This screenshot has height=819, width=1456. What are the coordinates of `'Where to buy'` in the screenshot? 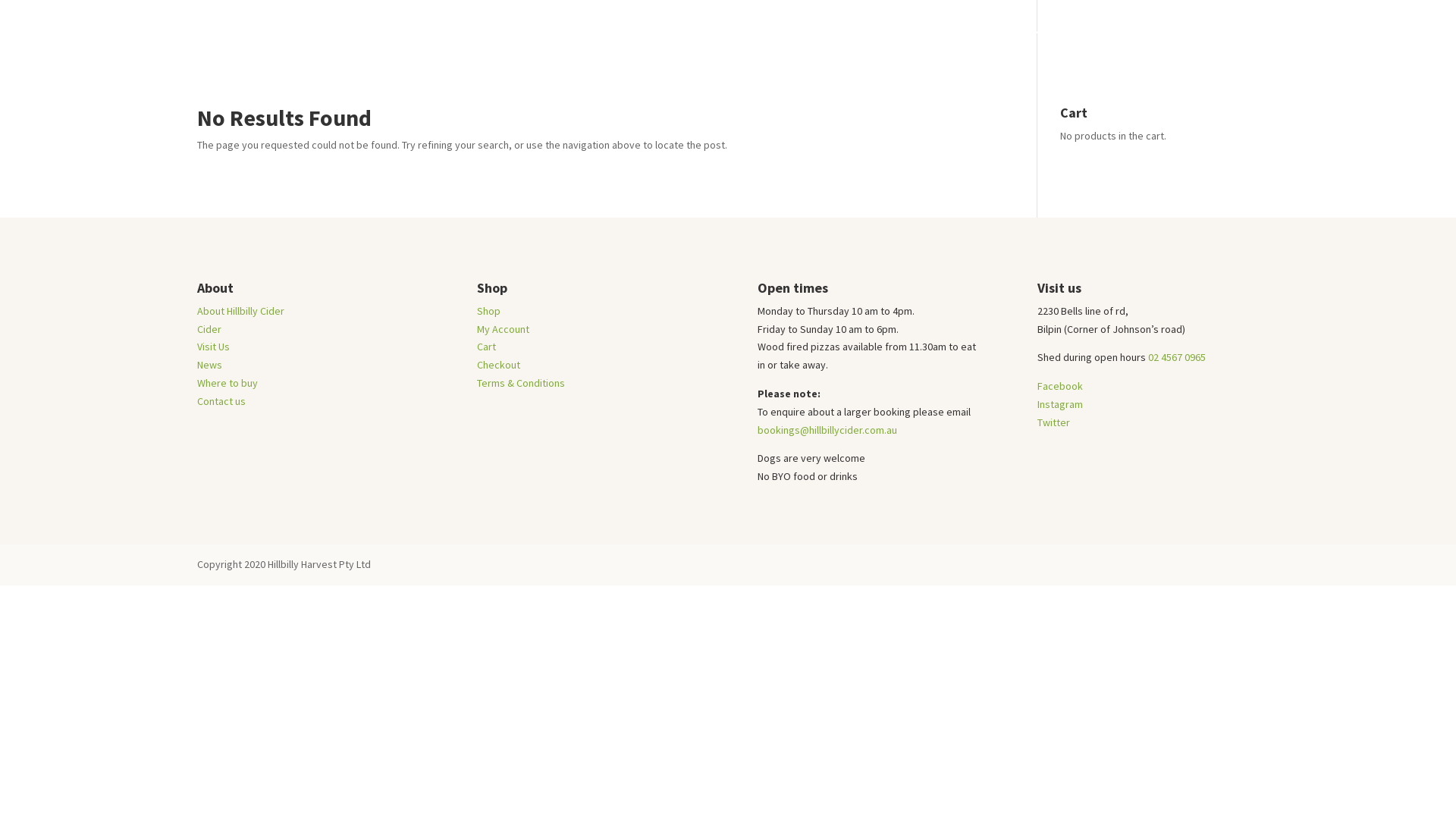 It's located at (226, 382).